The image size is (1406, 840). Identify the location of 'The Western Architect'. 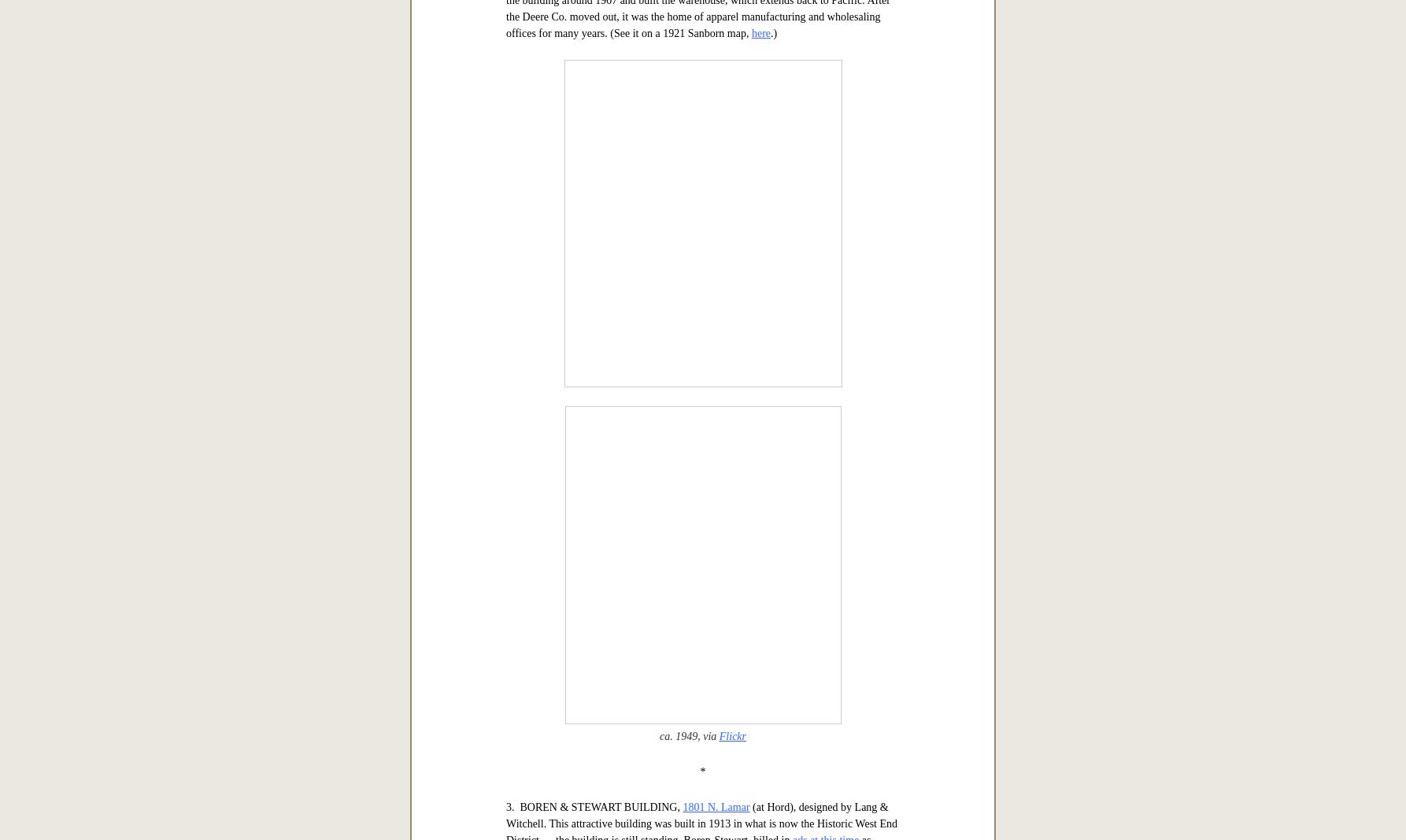
(701, 27).